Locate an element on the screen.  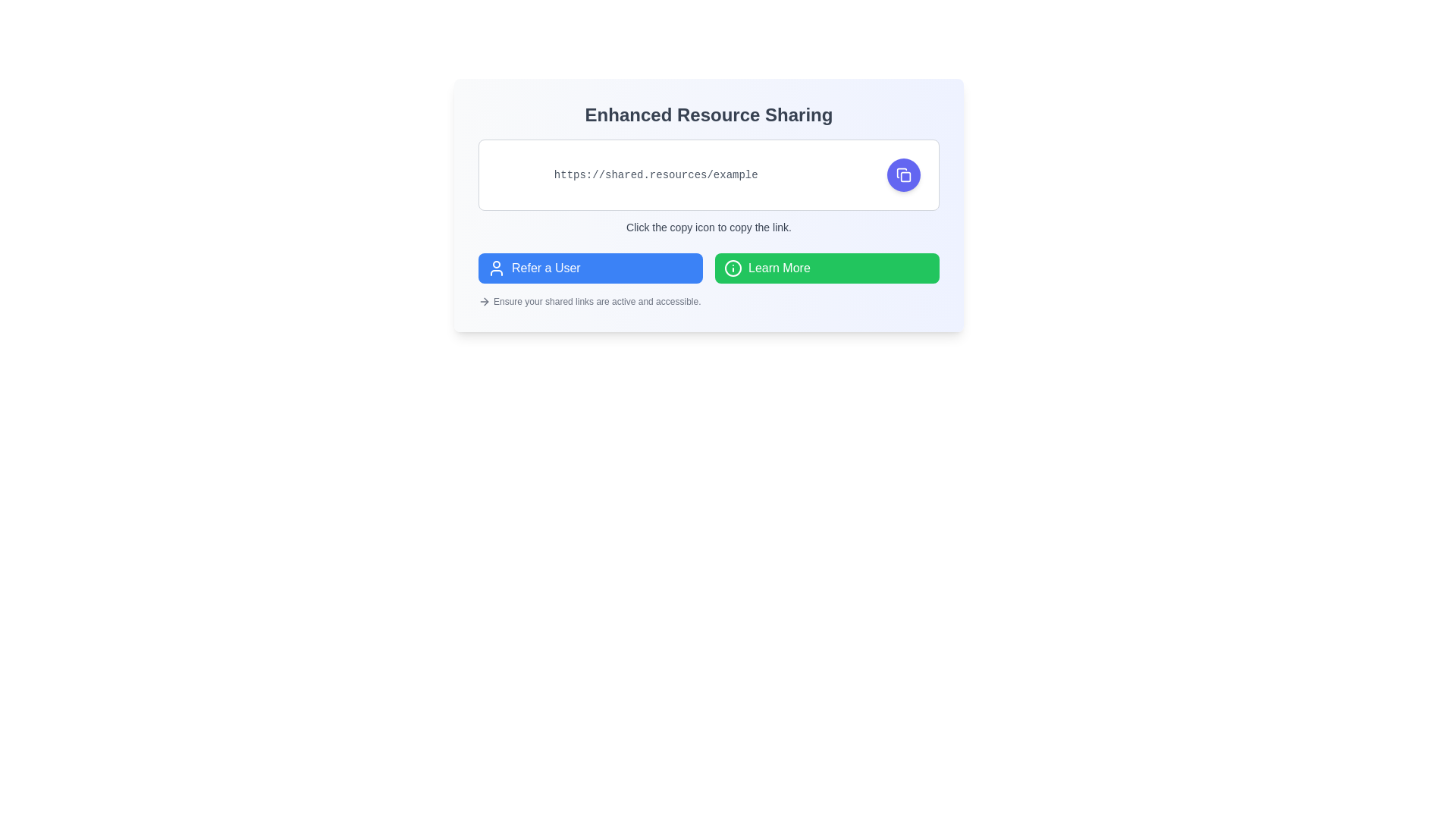
the Right-pointing Arrow icon, which indicates a forward action and is located near the 'Refer a User' button is located at coordinates (486, 301).